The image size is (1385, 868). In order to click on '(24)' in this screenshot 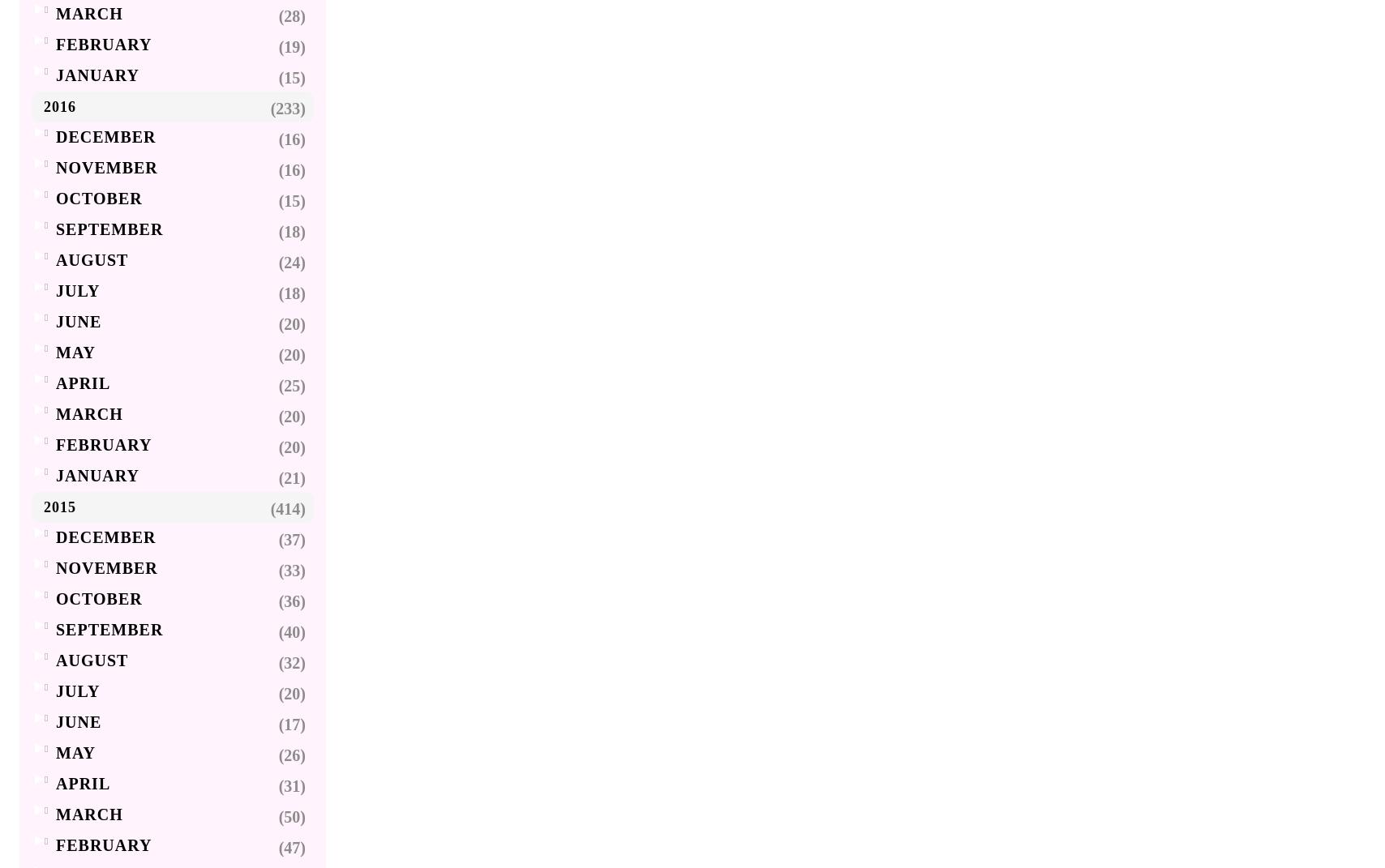, I will do `click(292, 261)`.